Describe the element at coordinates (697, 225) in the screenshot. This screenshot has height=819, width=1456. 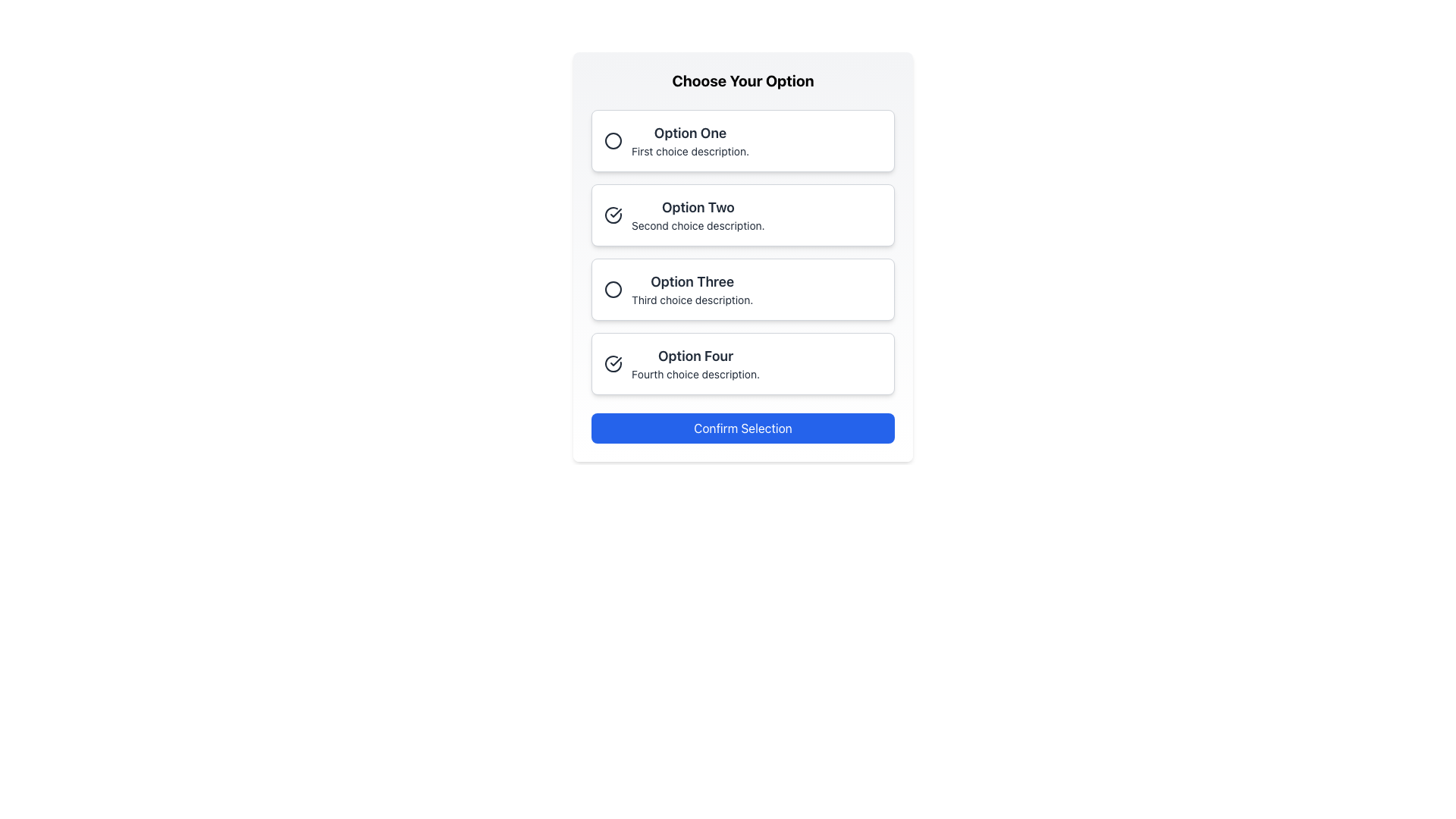
I see `text label that contains the snippet 'Second choice description.' located under the 'Option Two' header` at that location.